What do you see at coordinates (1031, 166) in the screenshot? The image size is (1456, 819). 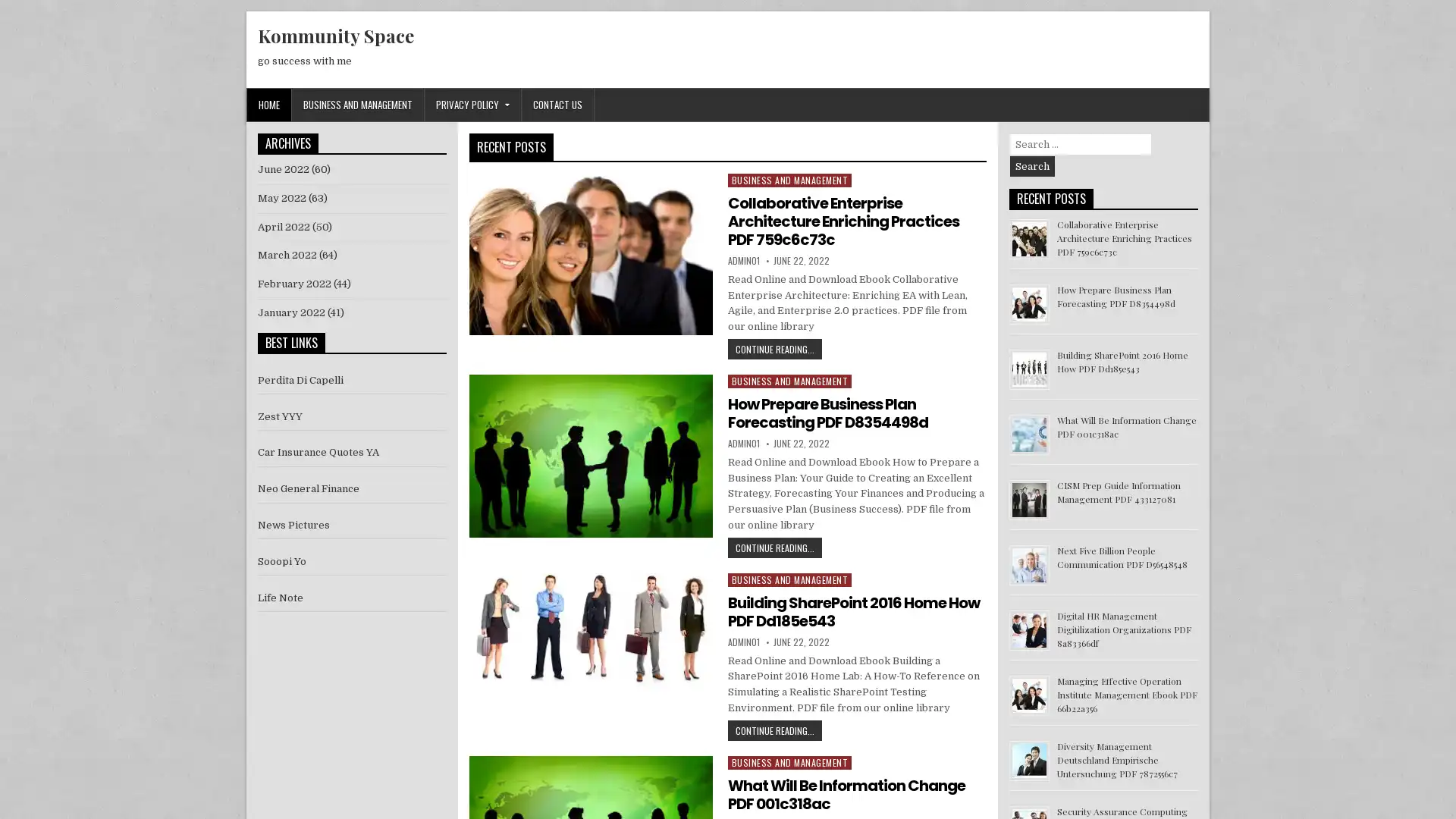 I see `Search` at bounding box center [1031, 166].